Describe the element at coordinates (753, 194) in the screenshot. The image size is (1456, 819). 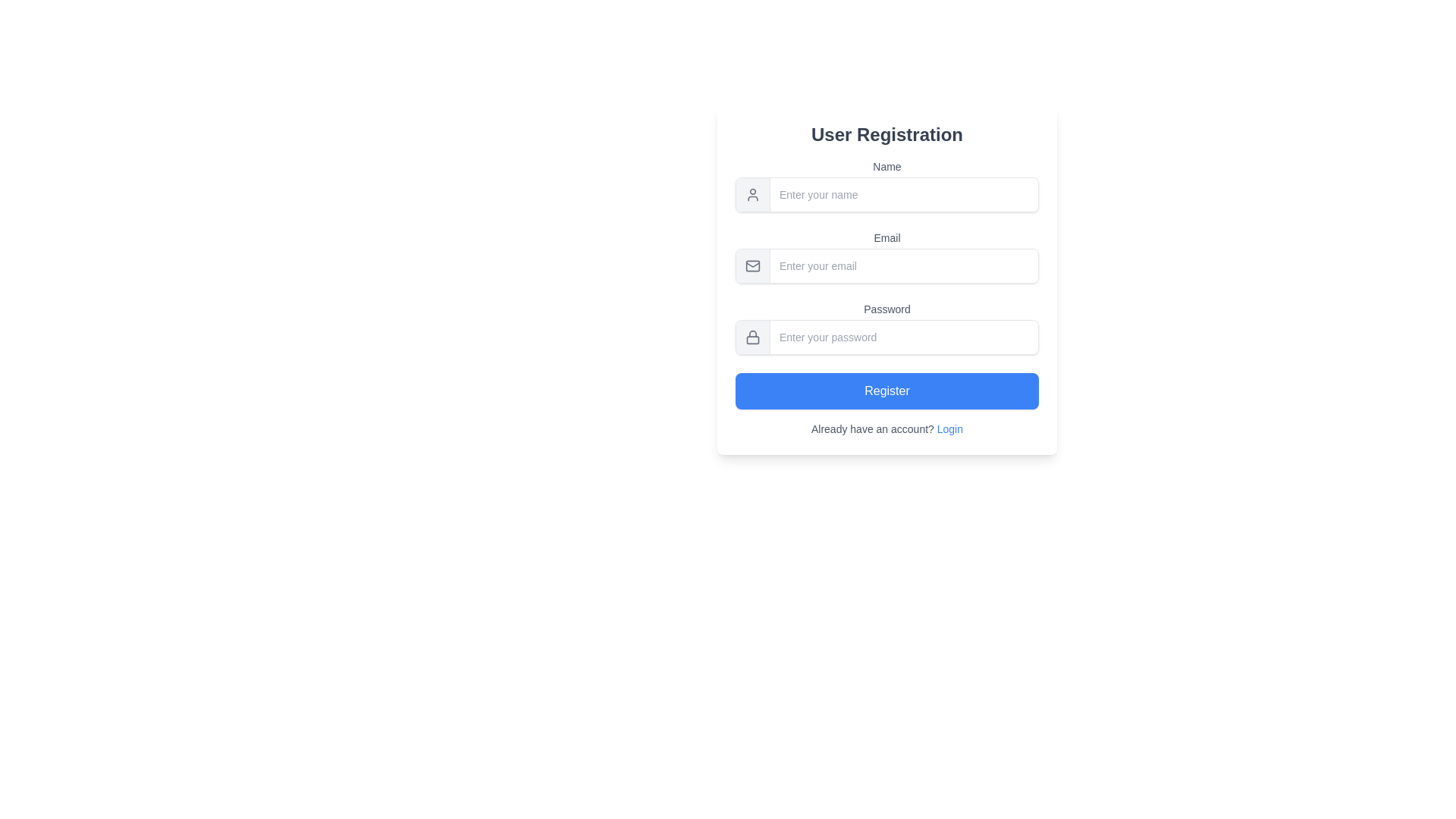
I see `the icon that visually conveys the purpose of the input field for entering a name, located on the left side of the 'Enter your name' text input in the 'User Registration' form` at that location.